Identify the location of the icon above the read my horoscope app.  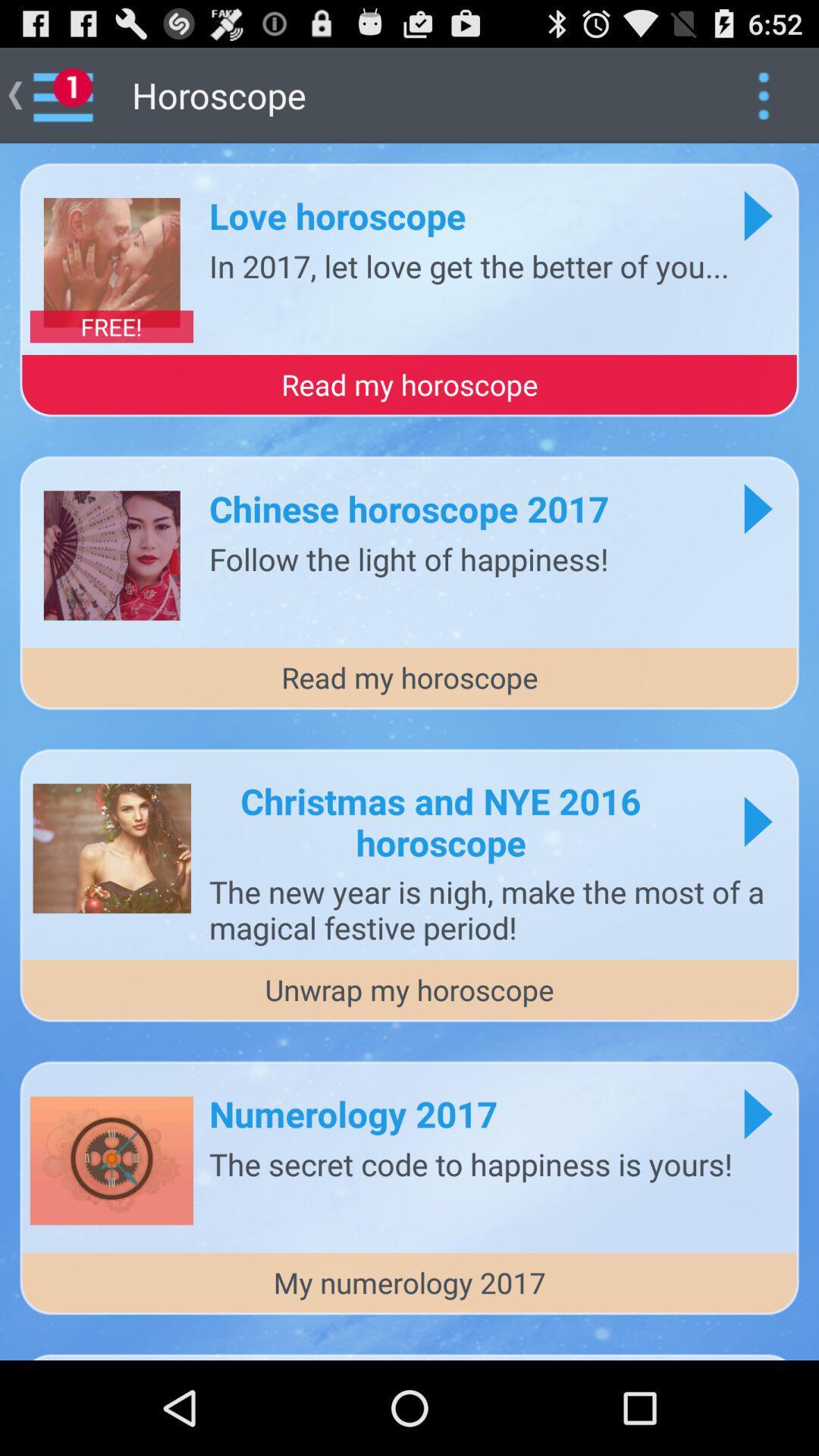
(468, 265).